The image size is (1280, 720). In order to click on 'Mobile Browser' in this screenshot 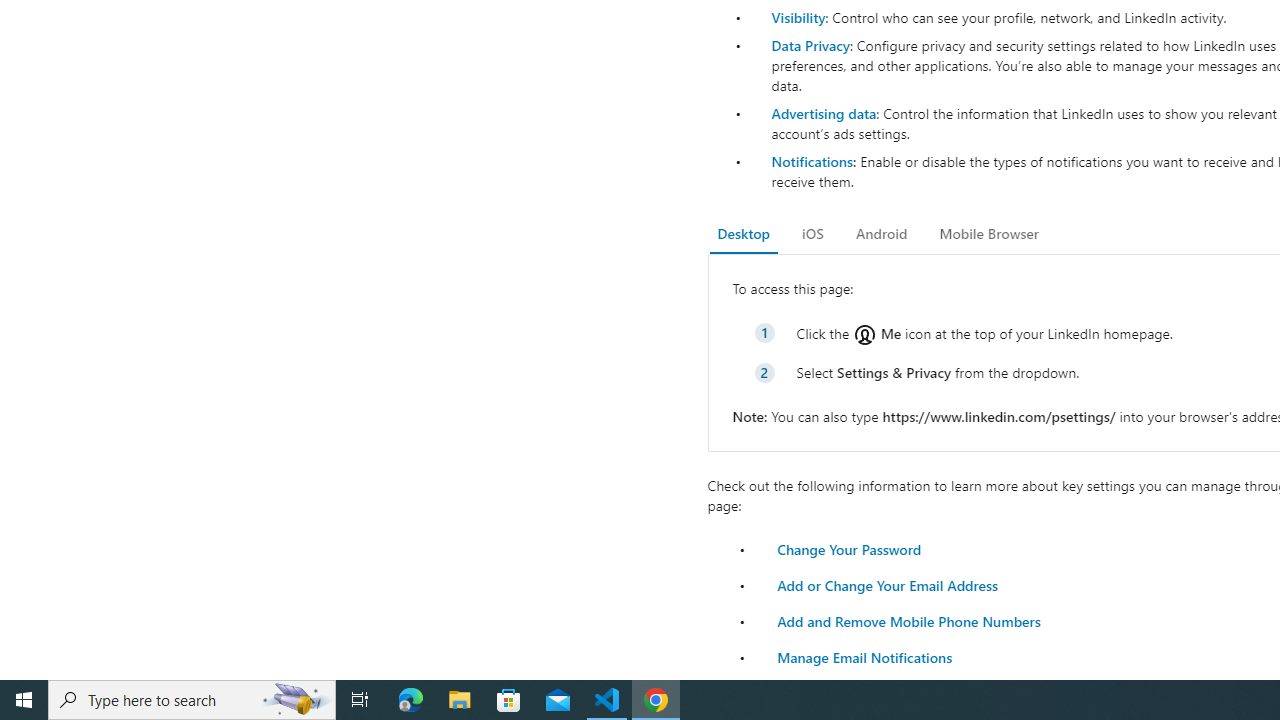, I will do `click(988, 233)`.